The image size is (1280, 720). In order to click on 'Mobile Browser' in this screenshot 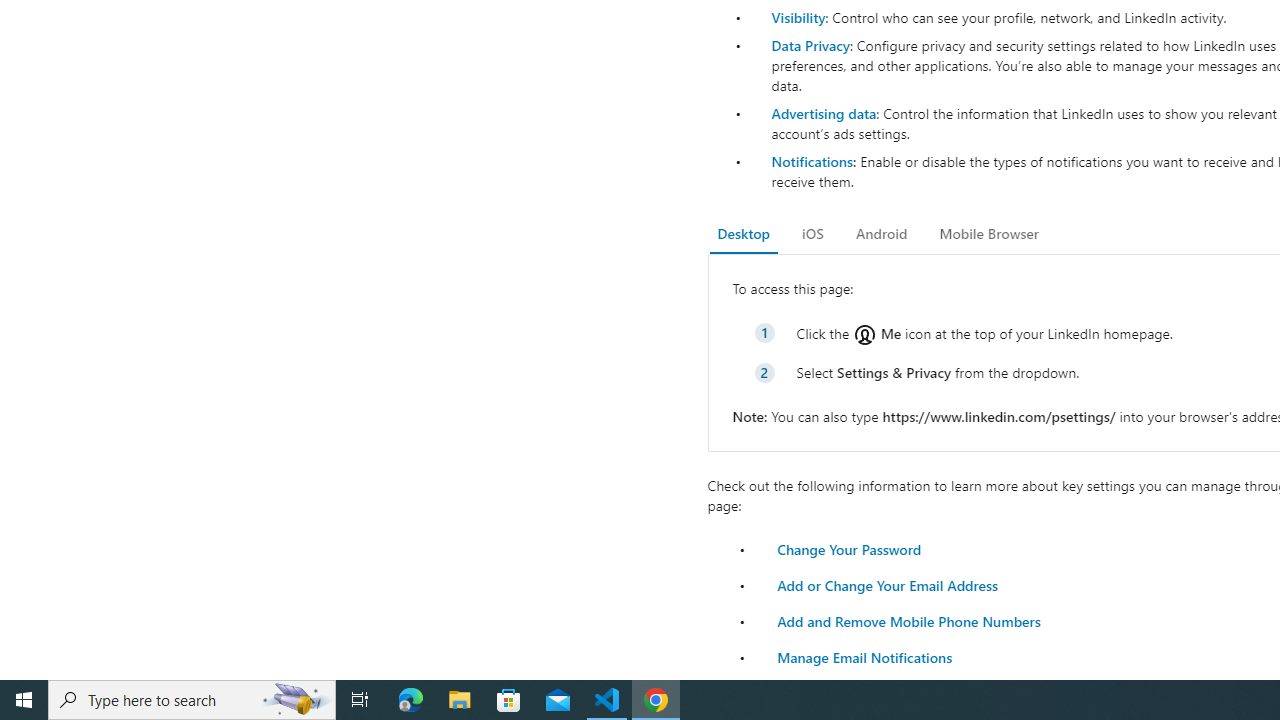, I will do `click(988, 233)`.